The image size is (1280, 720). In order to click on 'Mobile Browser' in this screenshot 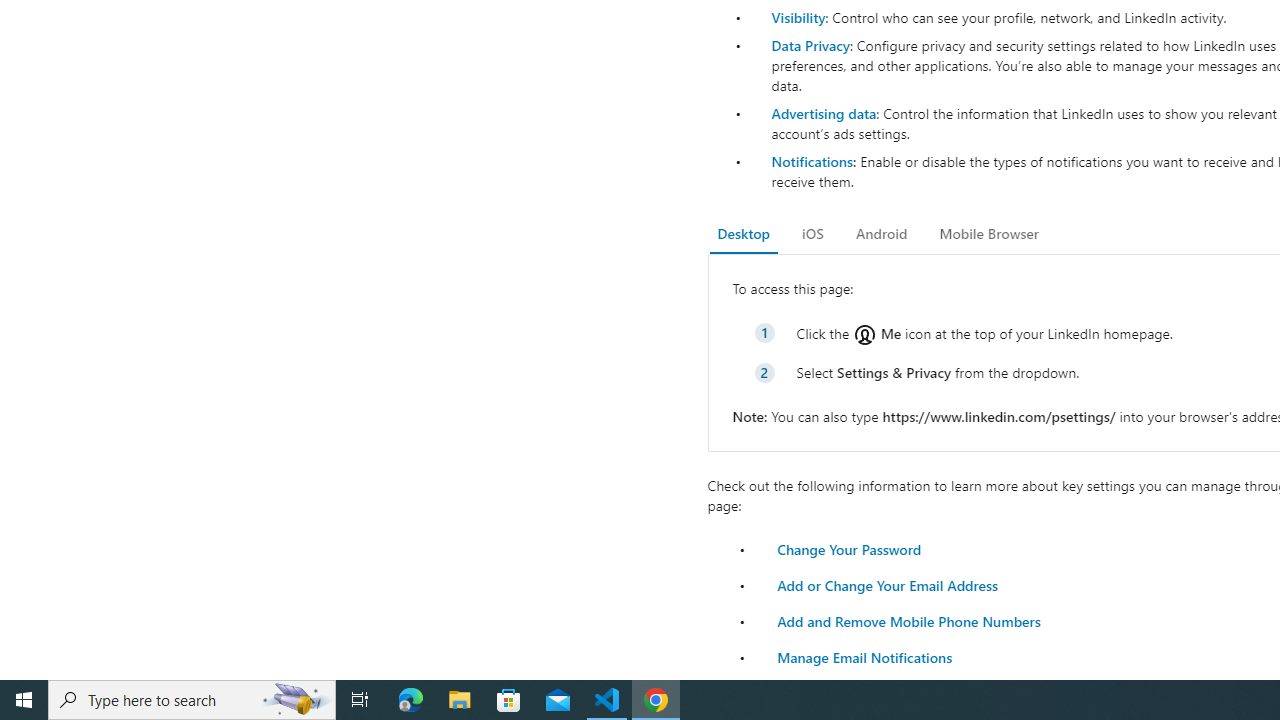, I will do `click(988, 233)`.